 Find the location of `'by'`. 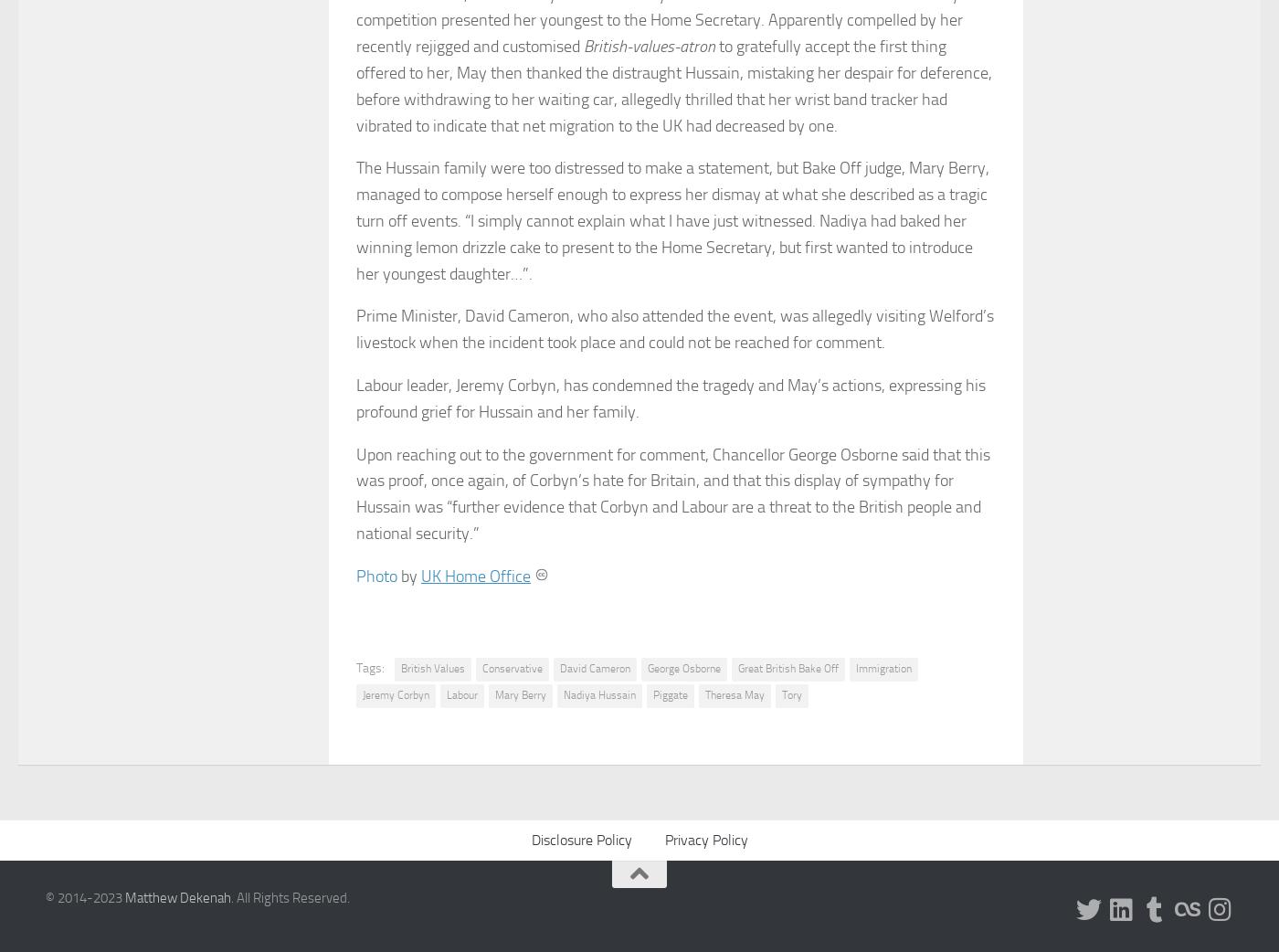

'by' is located at coordinates (409, 575).